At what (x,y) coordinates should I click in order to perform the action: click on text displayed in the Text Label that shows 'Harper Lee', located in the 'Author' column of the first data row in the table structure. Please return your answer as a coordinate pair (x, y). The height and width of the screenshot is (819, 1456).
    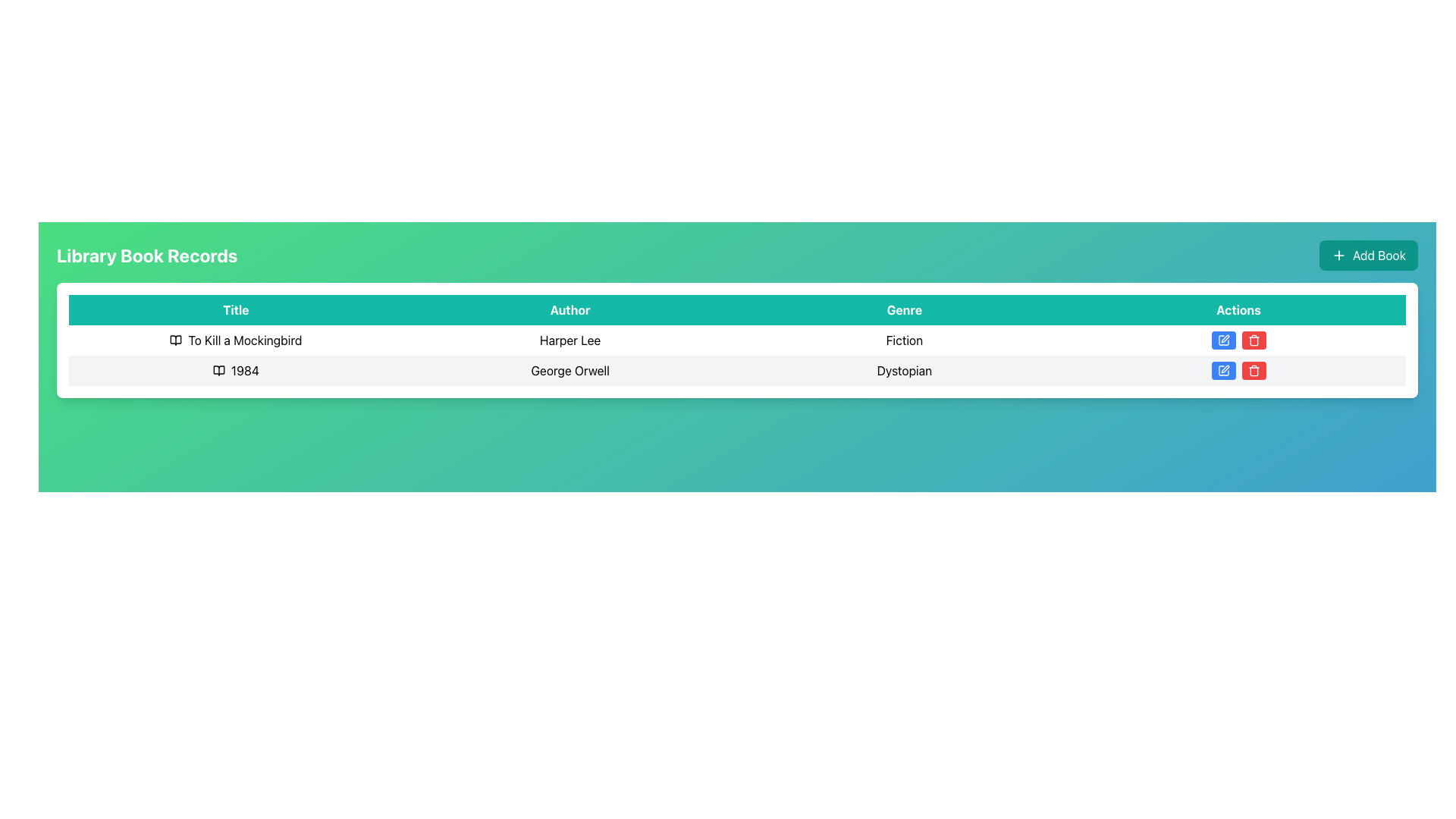
    Looking at the image, I should click on (570, 339).